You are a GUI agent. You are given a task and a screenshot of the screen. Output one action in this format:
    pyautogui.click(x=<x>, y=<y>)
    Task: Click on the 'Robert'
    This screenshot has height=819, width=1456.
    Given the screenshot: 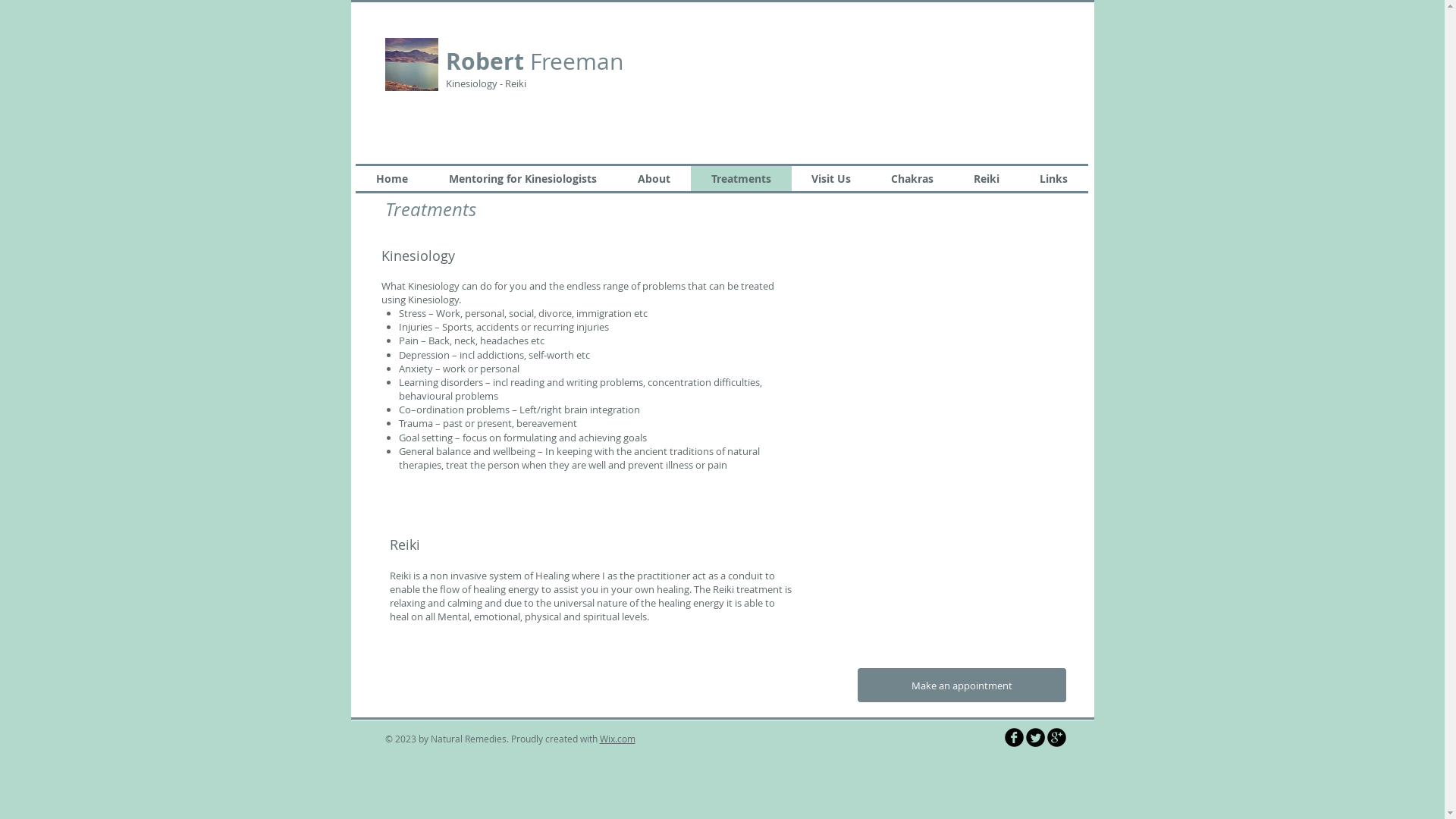 What is the action you would take?
    pyautogui.click(x=445, y=61)
    